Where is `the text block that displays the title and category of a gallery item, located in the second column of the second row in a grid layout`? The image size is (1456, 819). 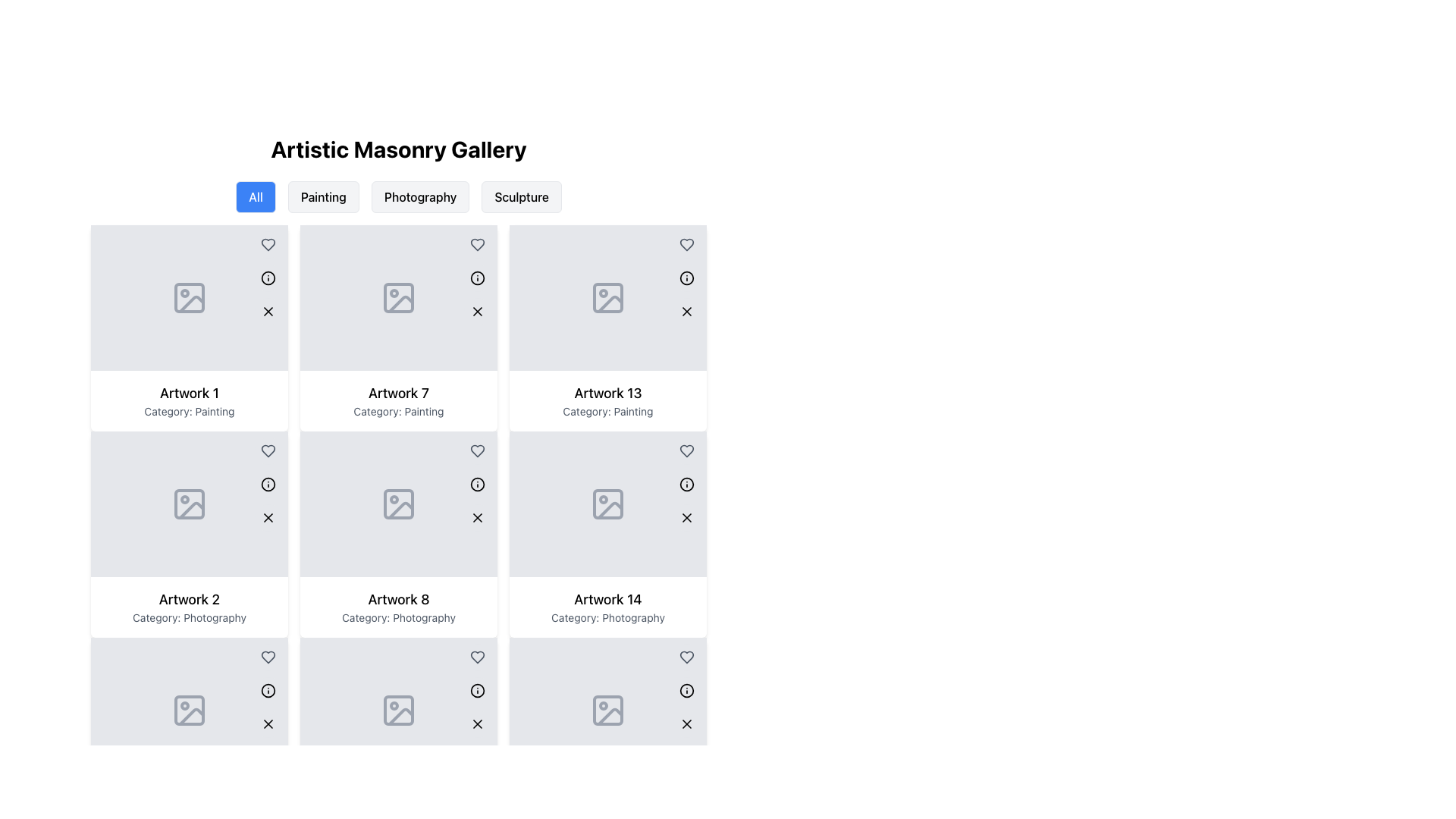
the text block that displays the title and category of a gallery item, located in the second column of the second row in a grid layout is located at coordinates (399, 607).